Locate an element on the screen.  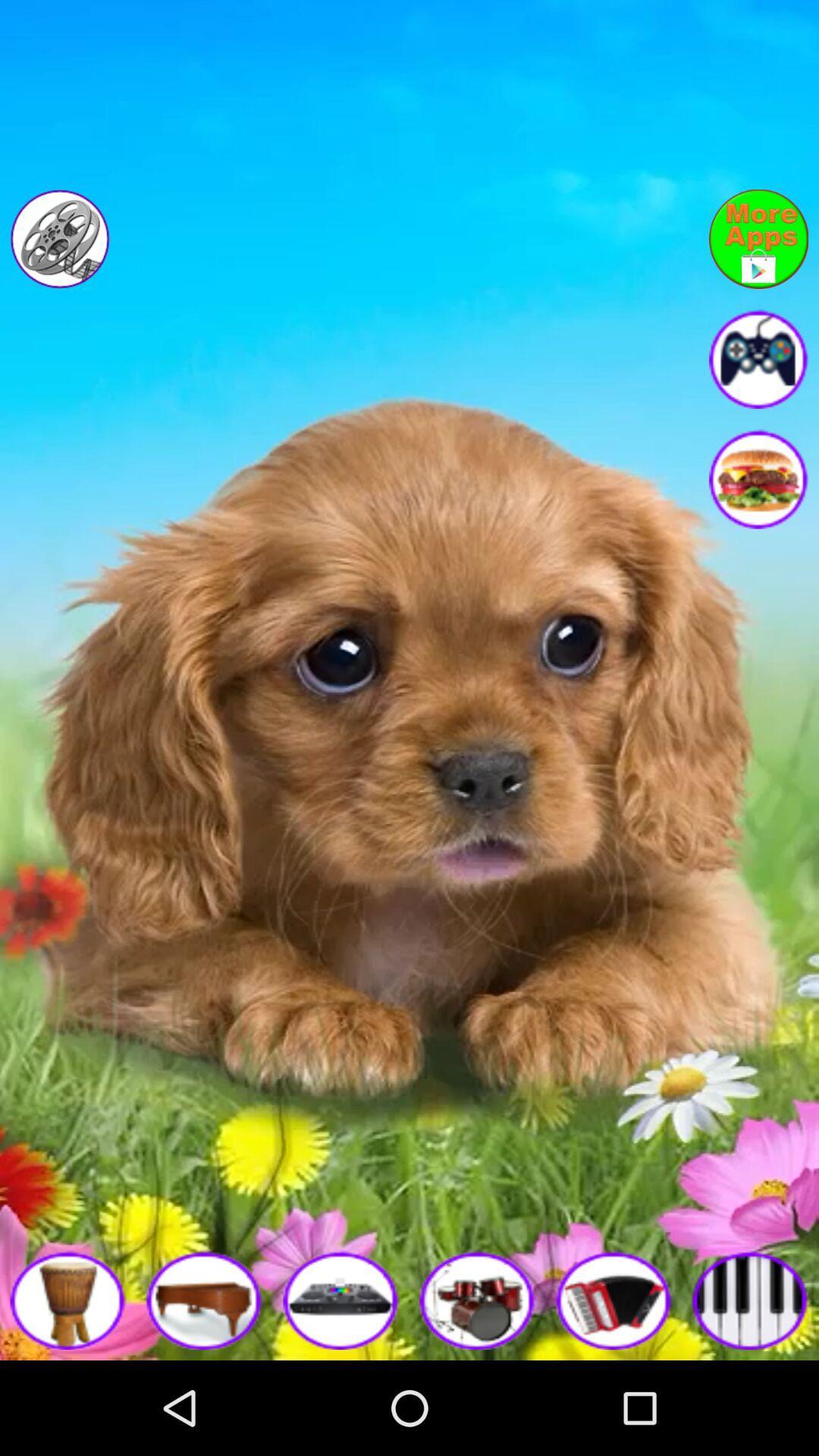
click piano feature is located at coordinates (205, 1299).